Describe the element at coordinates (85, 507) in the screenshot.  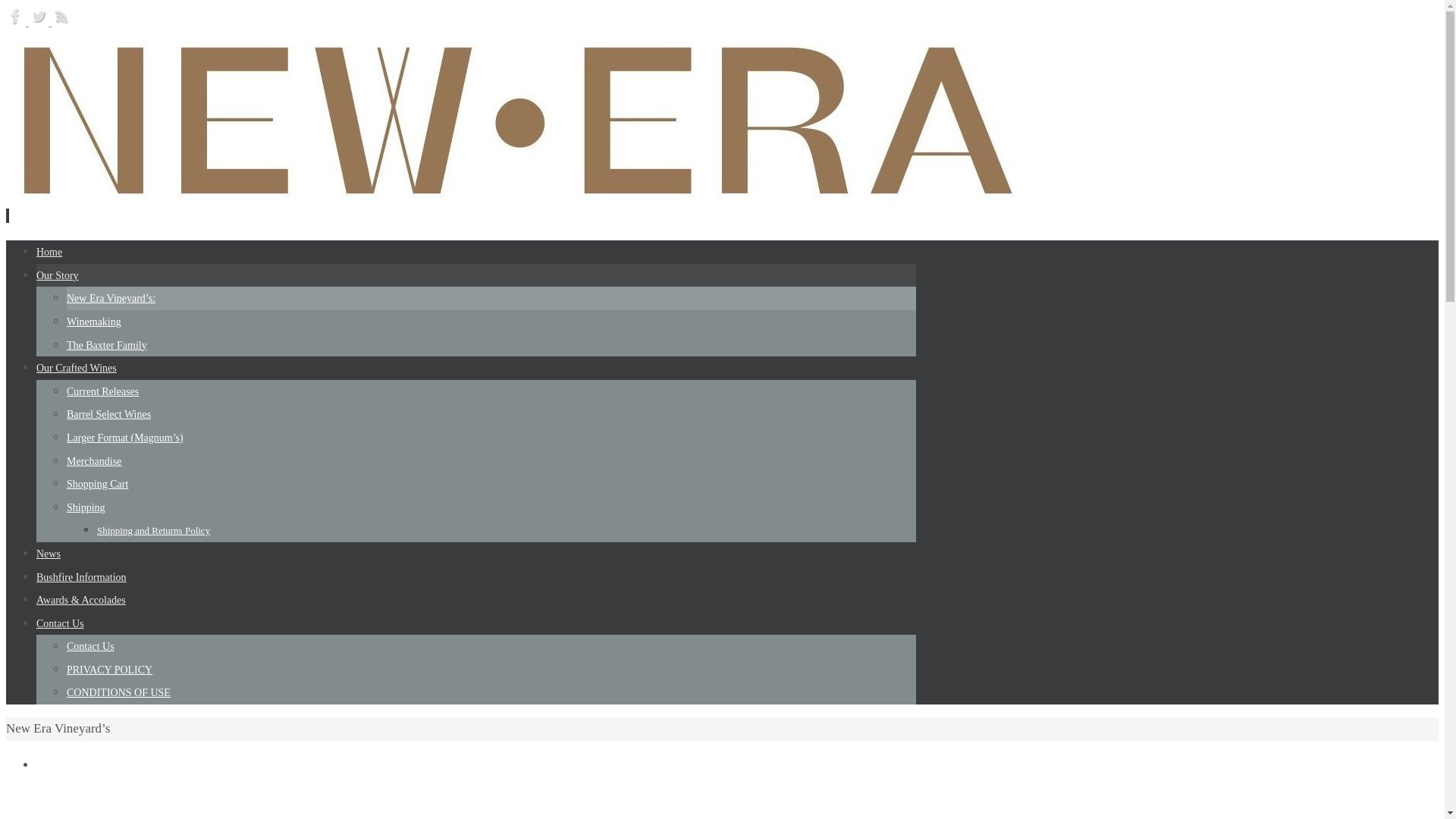
I see `'Shipping'` at that location.